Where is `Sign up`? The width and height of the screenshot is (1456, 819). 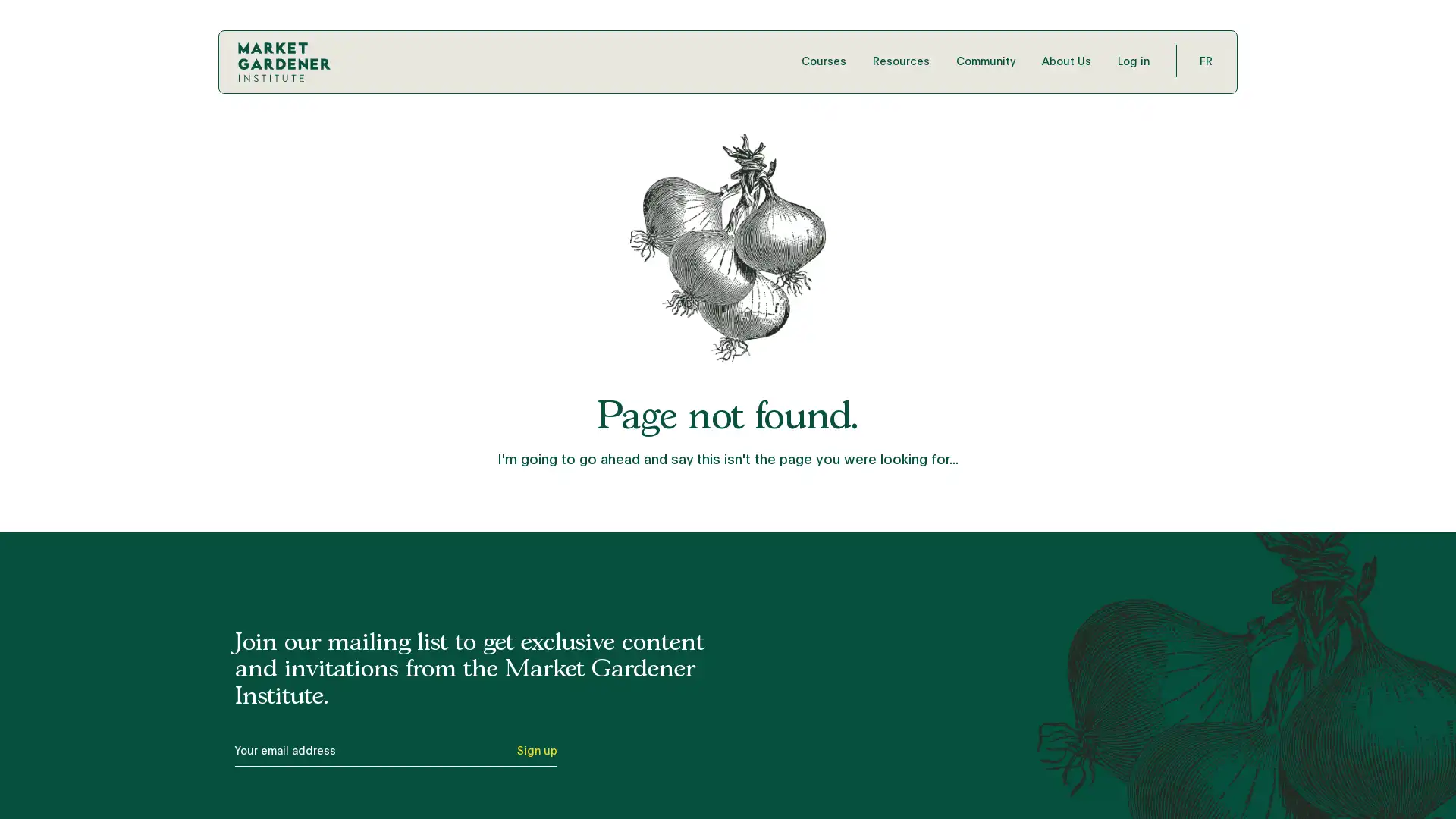
Sign up is located at coordinates (536, 755).